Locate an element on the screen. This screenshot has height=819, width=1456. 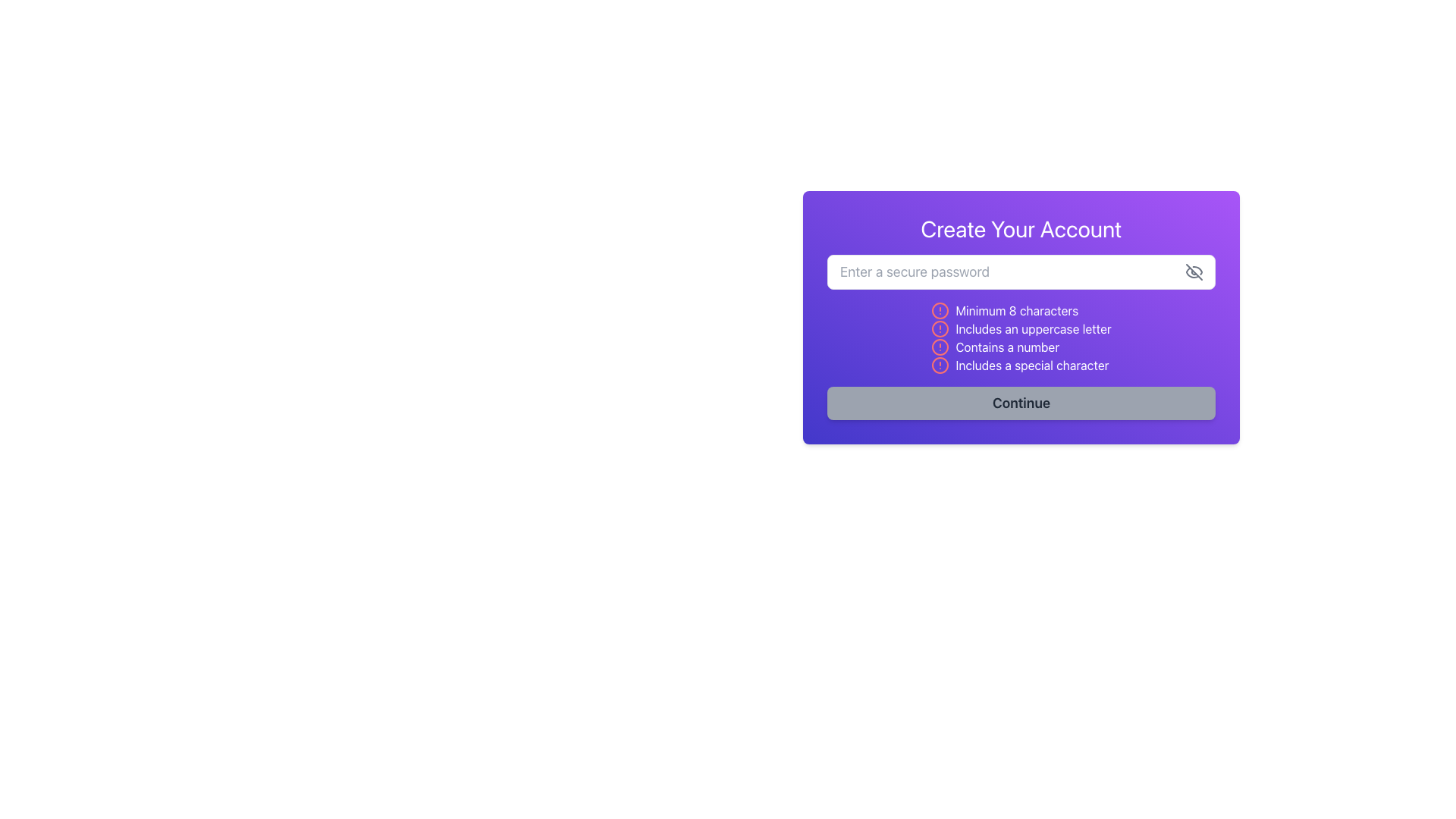
the third text label indicating the presence of a numeric character in the password requirements within the purple modal box is located at coordinates (1007, 347).